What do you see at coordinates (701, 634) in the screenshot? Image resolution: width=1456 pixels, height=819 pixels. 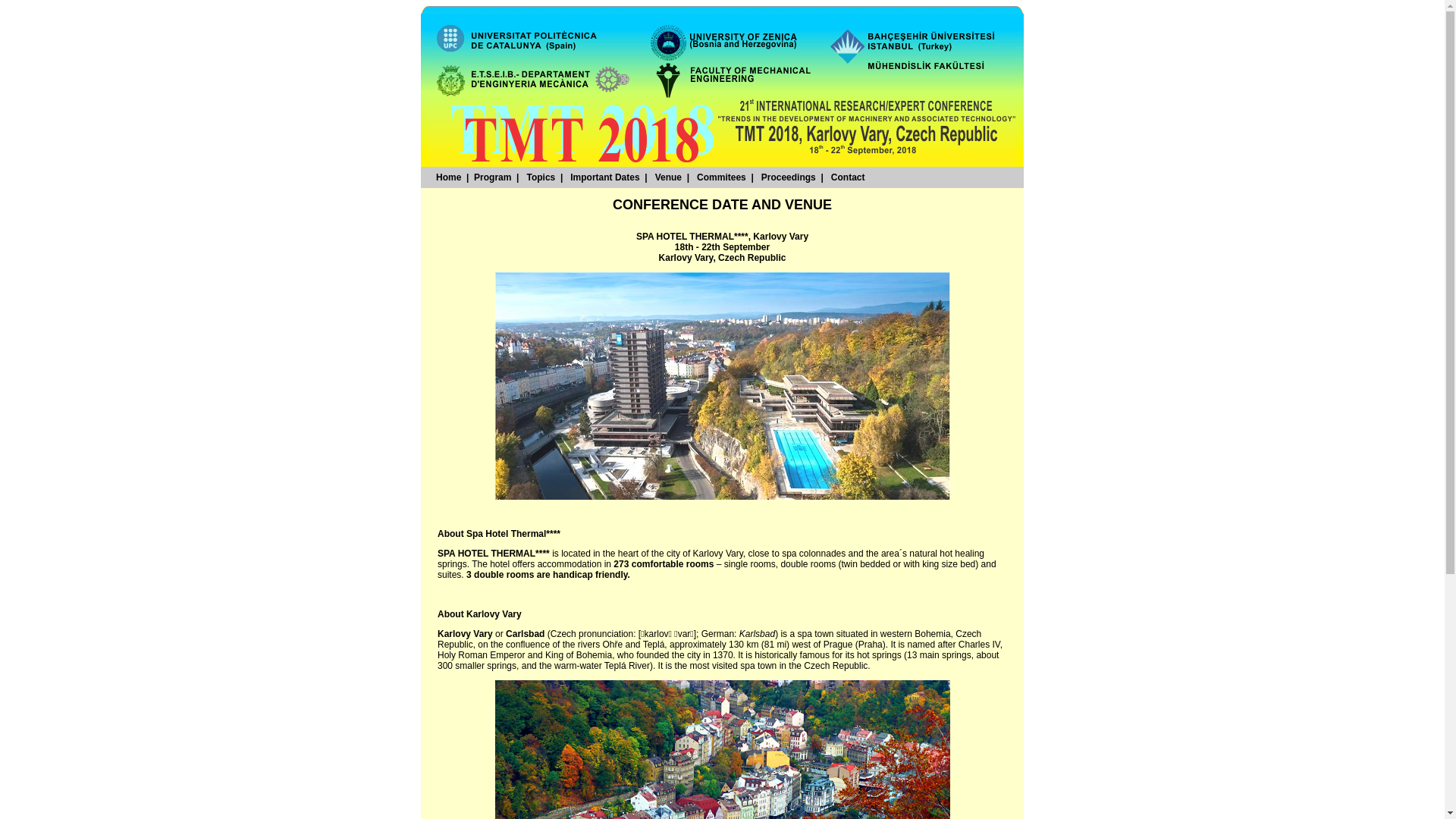 I see `'German'` at bounding box center [701, 634].